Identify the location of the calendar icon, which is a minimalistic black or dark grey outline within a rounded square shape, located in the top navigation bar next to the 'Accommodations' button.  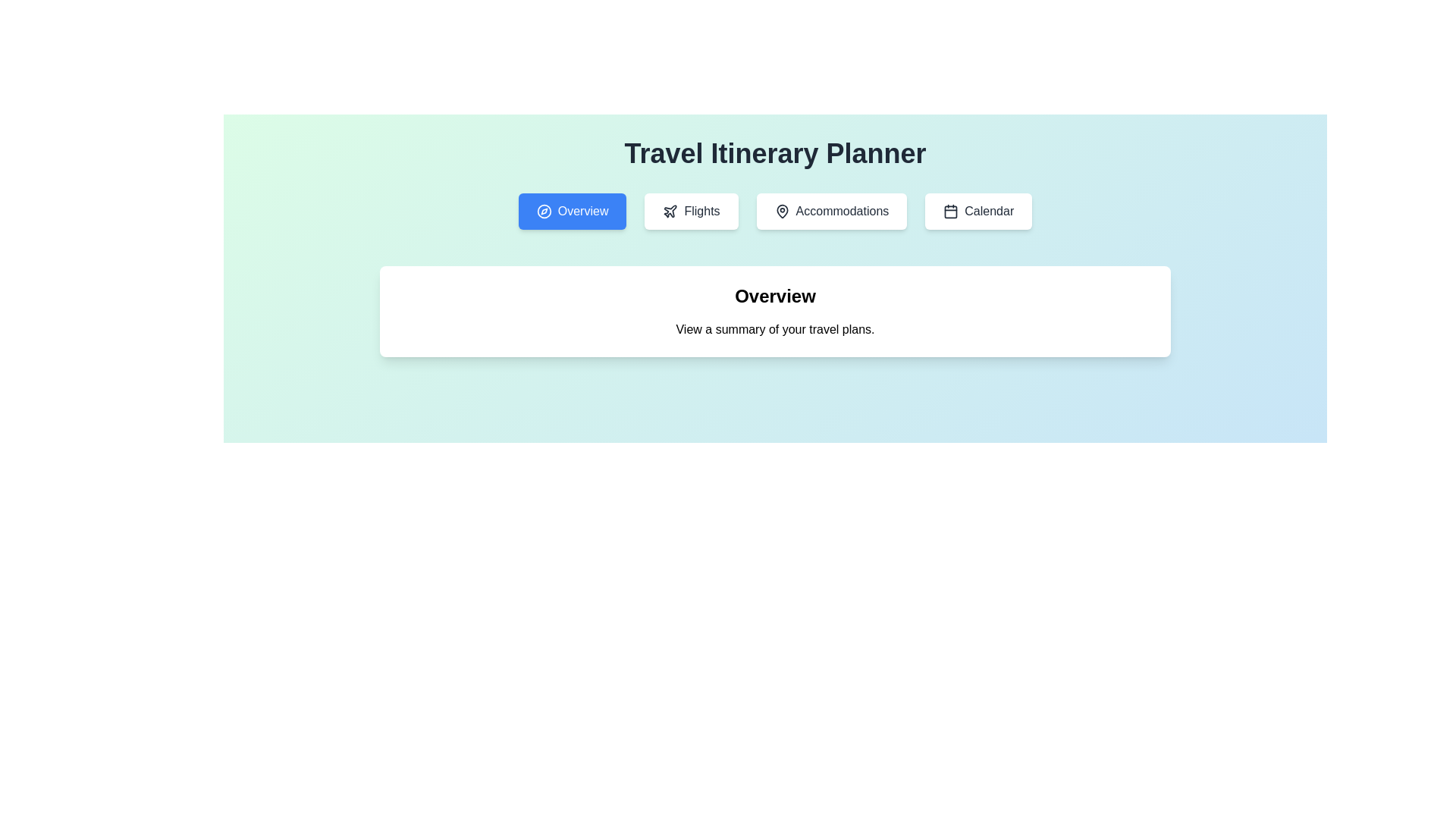
(950, 211).